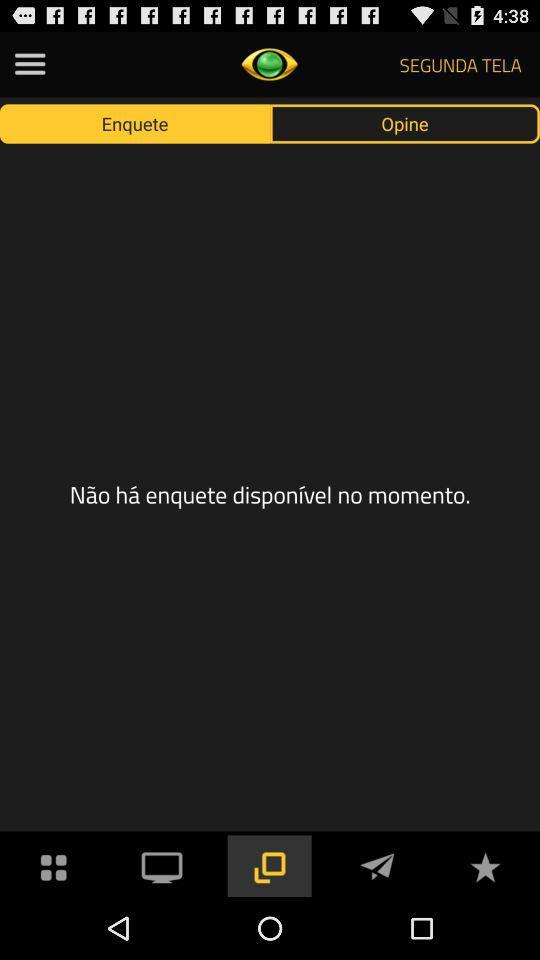 The height and width of the screenshot is (960, 540). I want to click on windows, so click(269, 864).